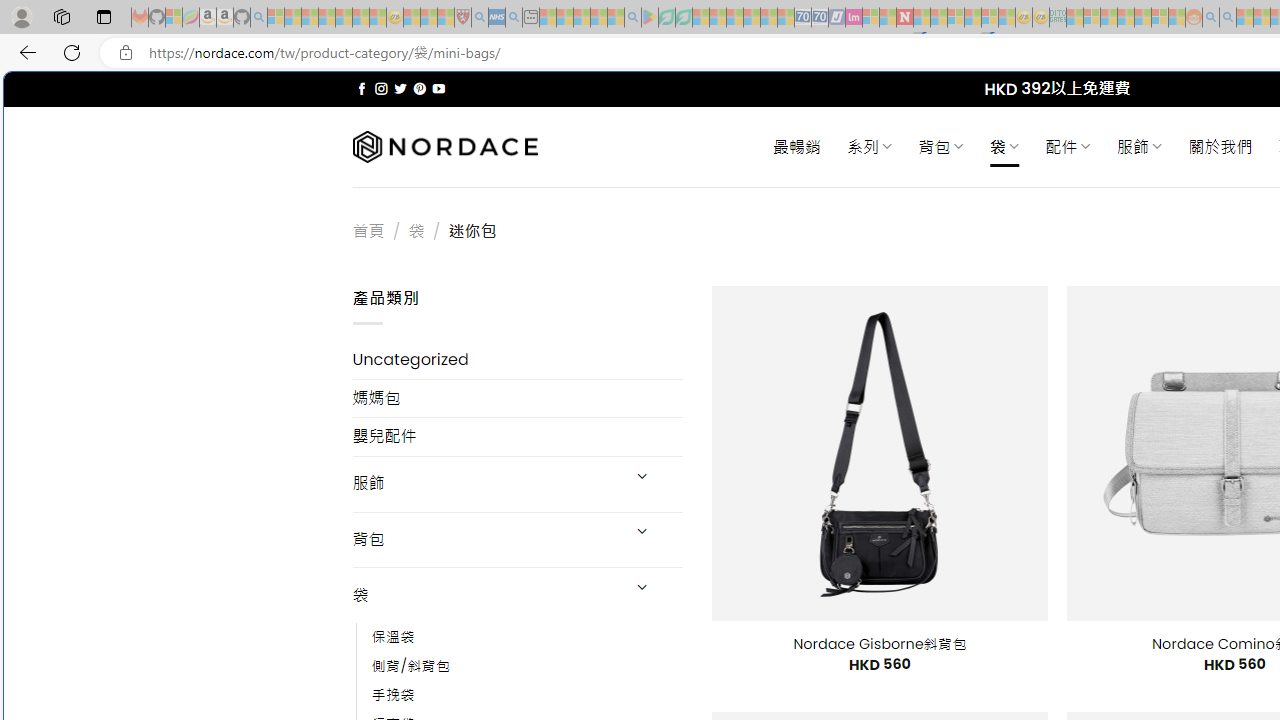 This screenshot has width=1280, height=720. What do you see at coordinates (362, 88) in the screenshot?
I see `'Follow on Facebook'` at bounding box center [362, 88].